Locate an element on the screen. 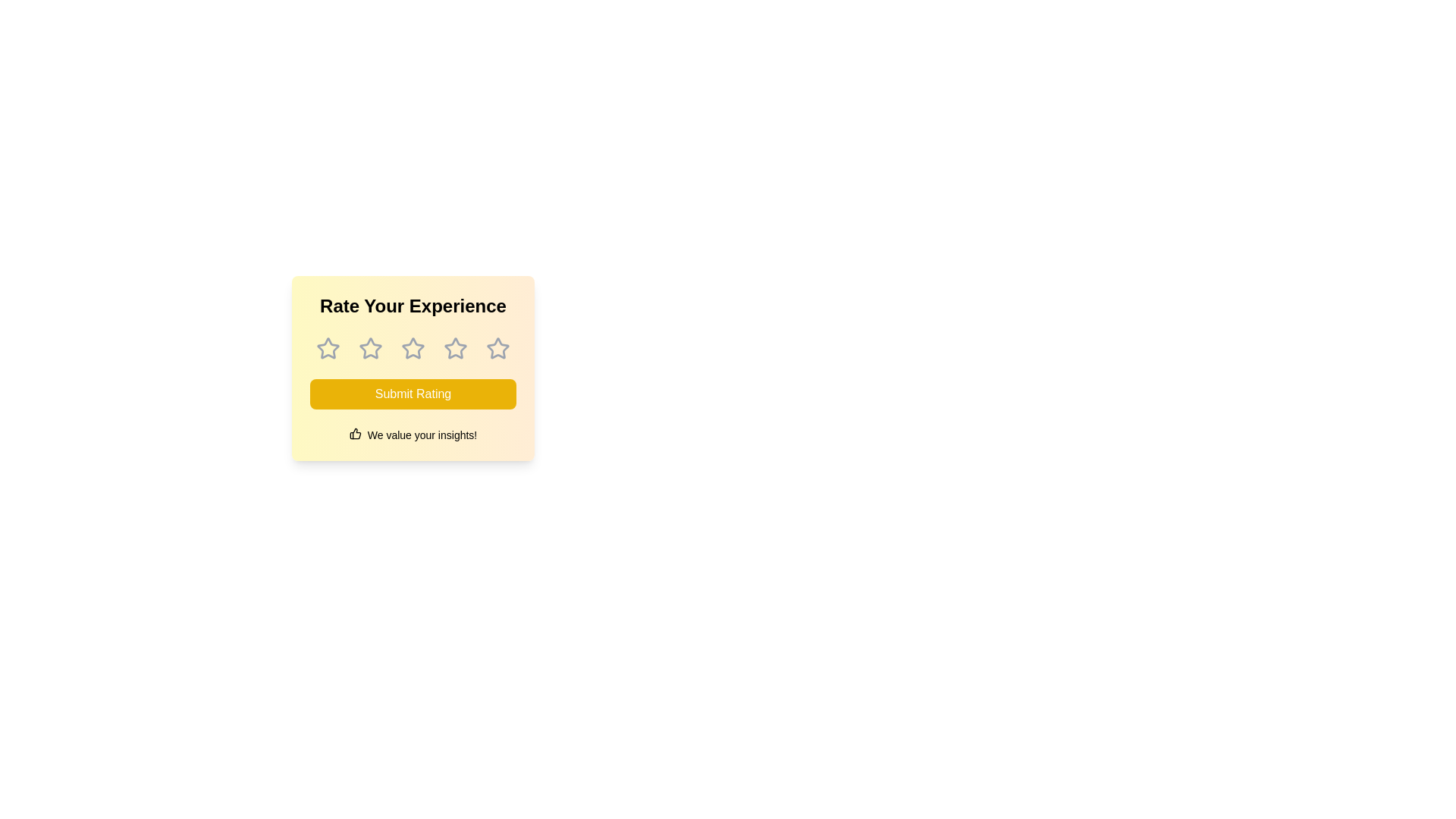 This screenshot has height=819, width=1456. the second star in the rating row beneath the 'Rate Your Experience' heading to rate it is located at coordinates (371, 348).